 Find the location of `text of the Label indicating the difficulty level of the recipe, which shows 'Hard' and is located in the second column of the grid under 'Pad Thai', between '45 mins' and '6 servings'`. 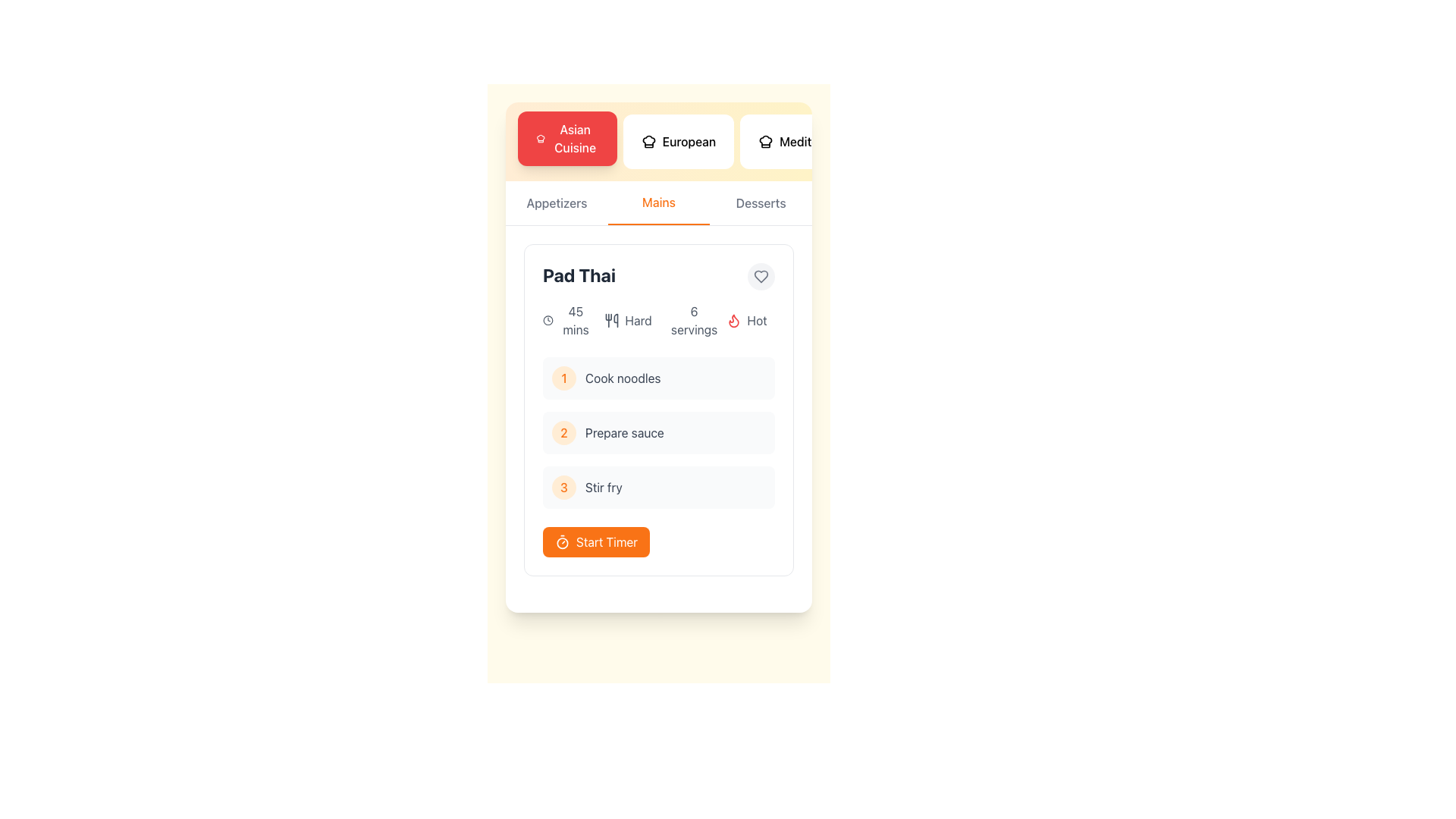

text of the Label indicating the difficulty level of the recipe, which shows 'Hard' and is located in the second column of the grid under 'Pad Thai', between '45 mins' and '6 servings' is located at coordinates (628, 320).